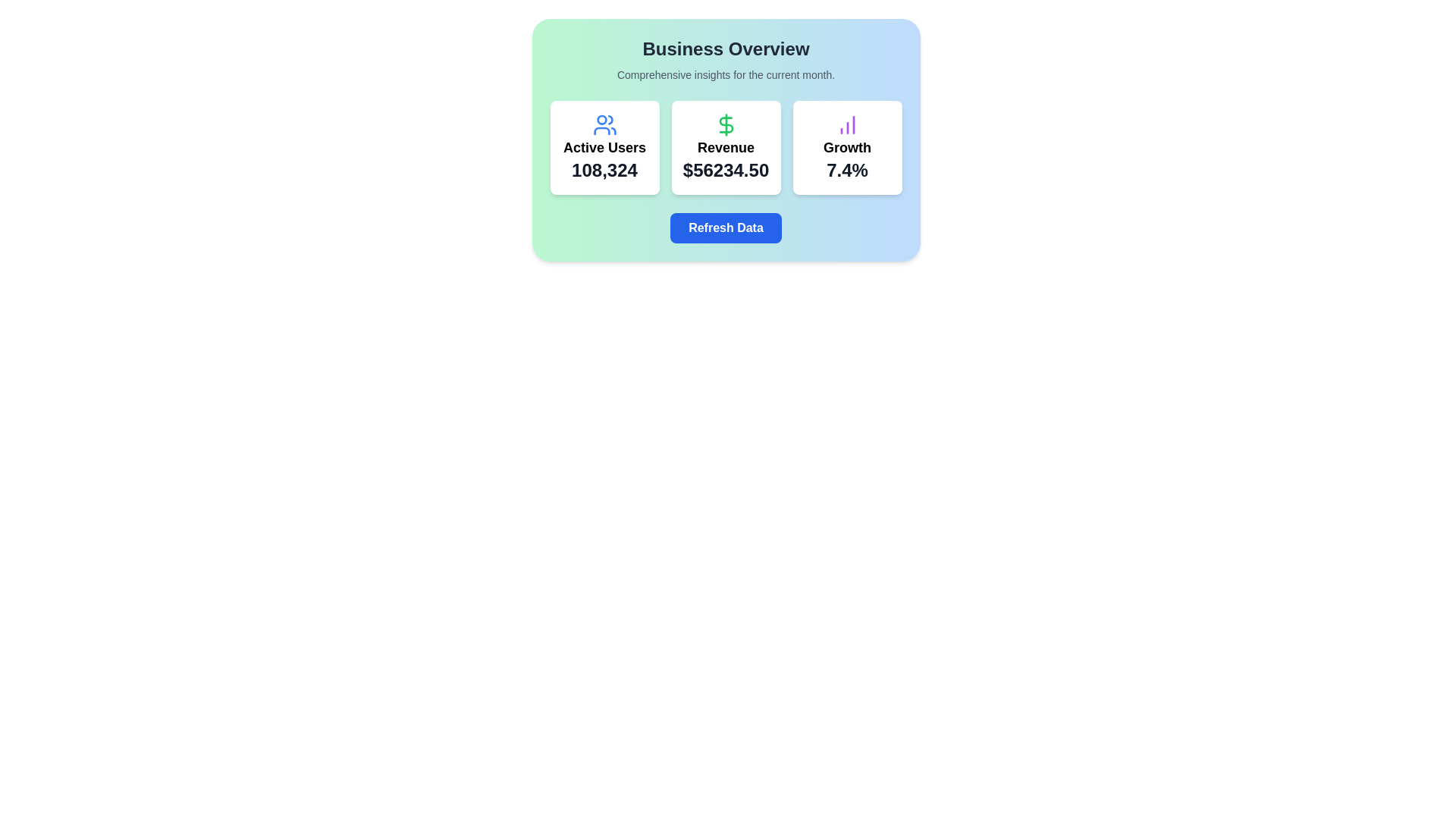 The width and height of the screenshot is (1456, 819). What do you see at coordinates (725, 58) in the screenshot?
I see `the static text element that serves as the title and subtitle for the panel, located at the top of the rounded rectangular panel with a green-to-blue gradient background` at bounding box center [725, 58].